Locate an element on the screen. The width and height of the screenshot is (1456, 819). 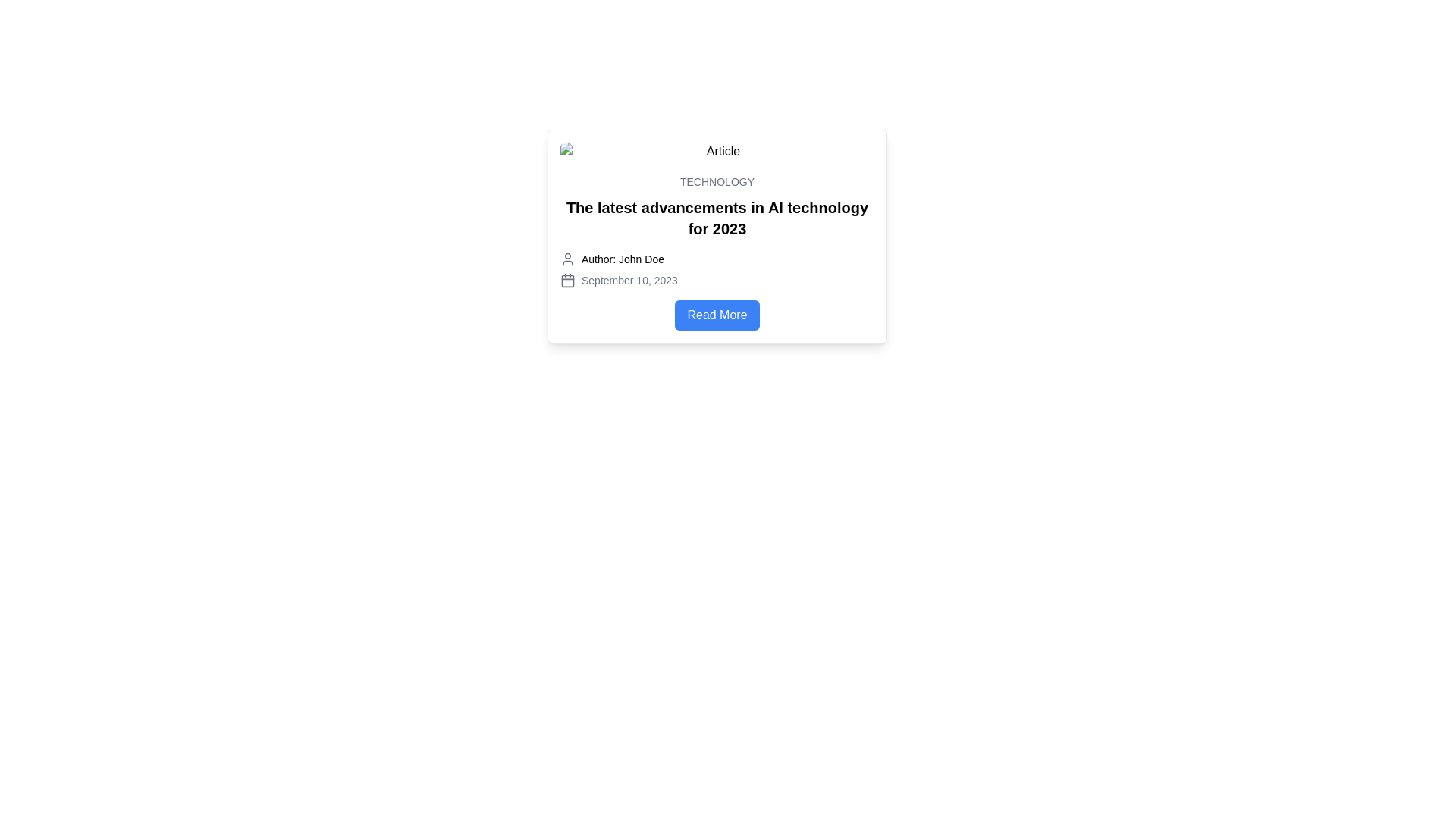
the text label displaying 'September 10, 2023', located in the lower-left section of the article detail card, below the author's name is located at coordinates (629, 281).